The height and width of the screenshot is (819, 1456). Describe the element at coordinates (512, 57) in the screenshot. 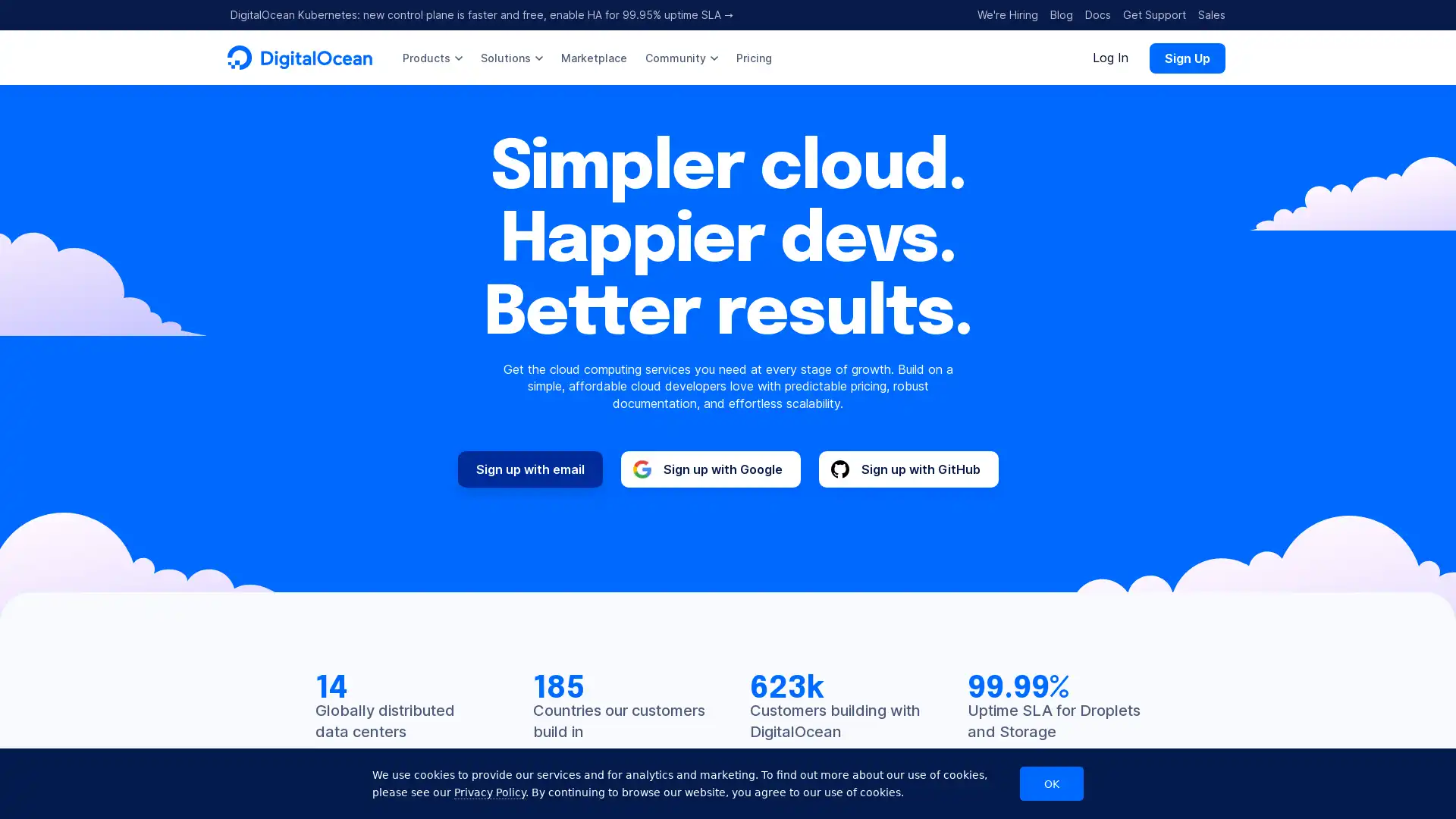

I see `Solutions` at that location.